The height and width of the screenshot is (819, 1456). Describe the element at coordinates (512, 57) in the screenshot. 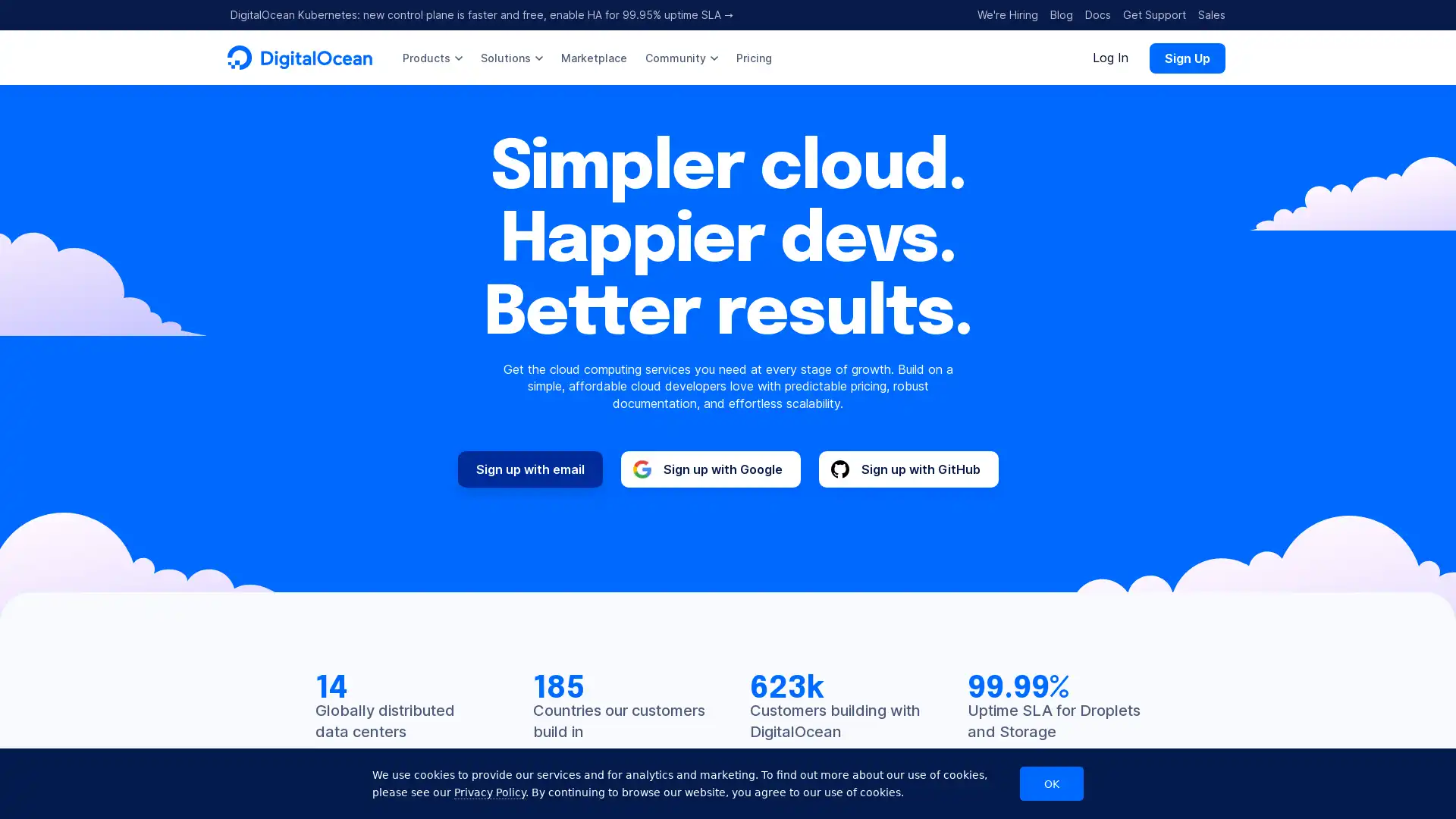

I see `Solutions` at that location.